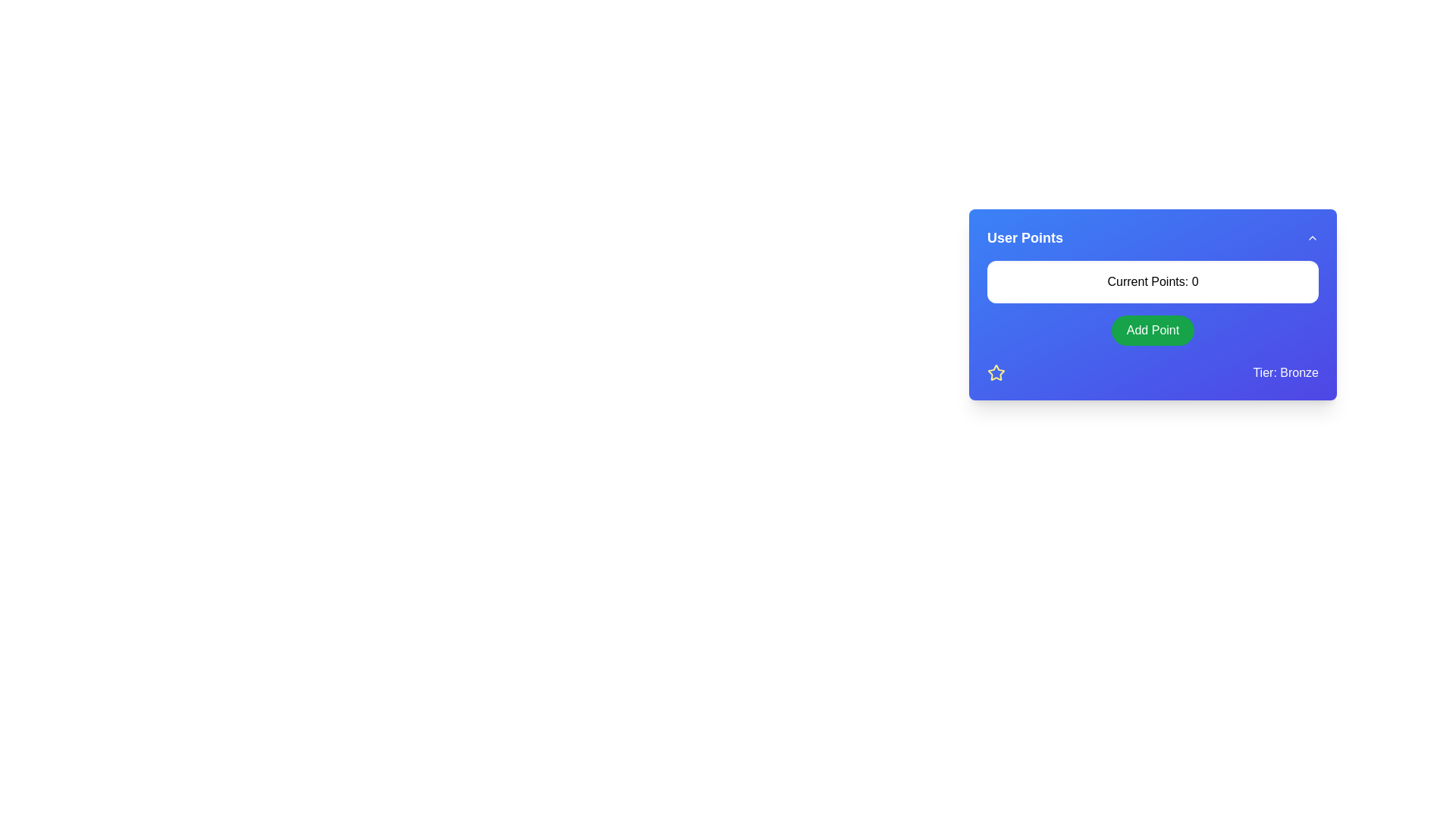  I want to click on the text label displaying 'Tier: Bronze', which is located at the bottom right corner of a blue card UI component, so click(1285, 373).